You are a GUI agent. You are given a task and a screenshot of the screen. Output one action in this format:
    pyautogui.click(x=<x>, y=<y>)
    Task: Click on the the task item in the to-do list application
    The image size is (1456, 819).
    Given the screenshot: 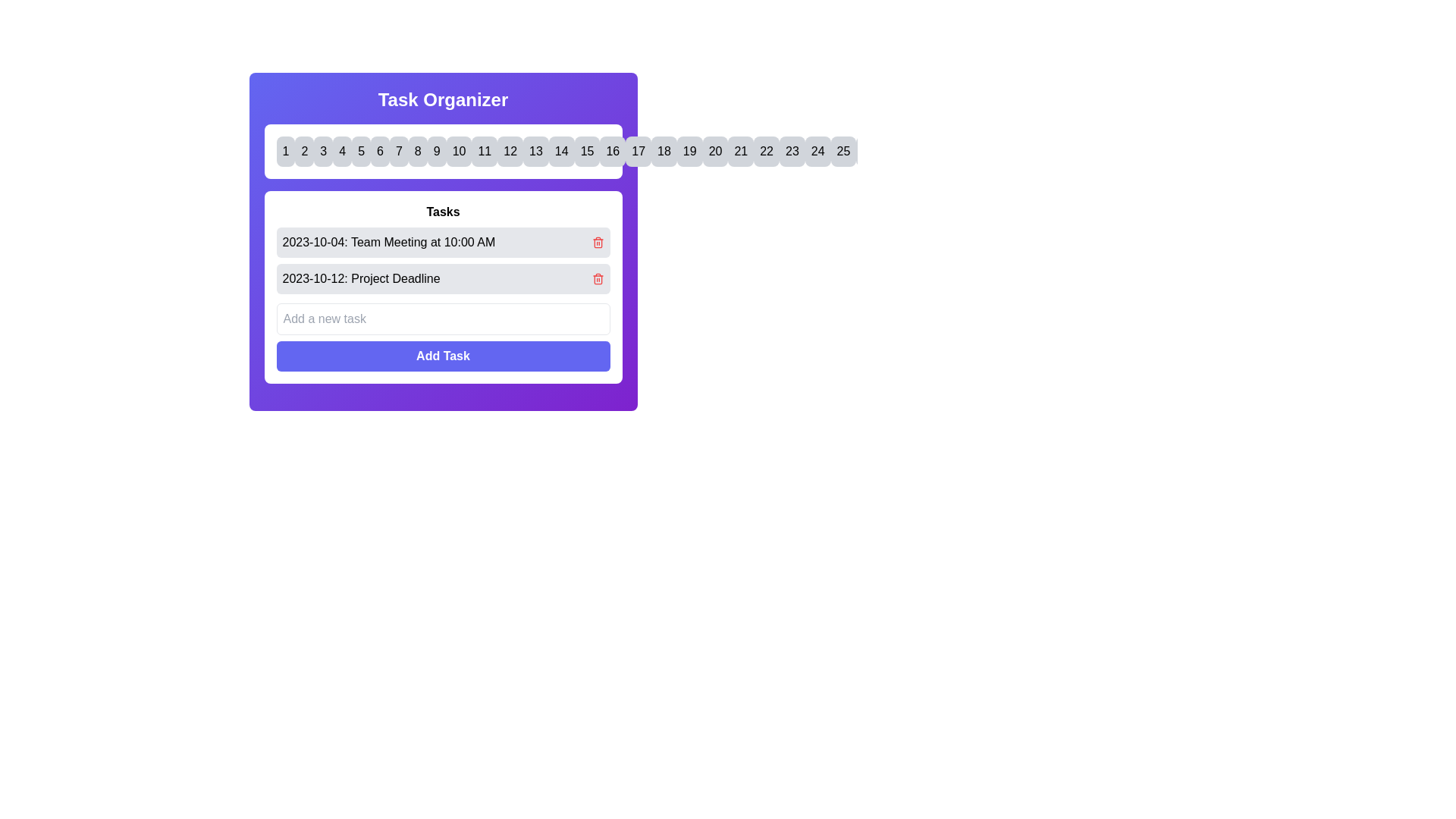 What is the action you would take?
    pyautogui.click(x=442, y=242)
    